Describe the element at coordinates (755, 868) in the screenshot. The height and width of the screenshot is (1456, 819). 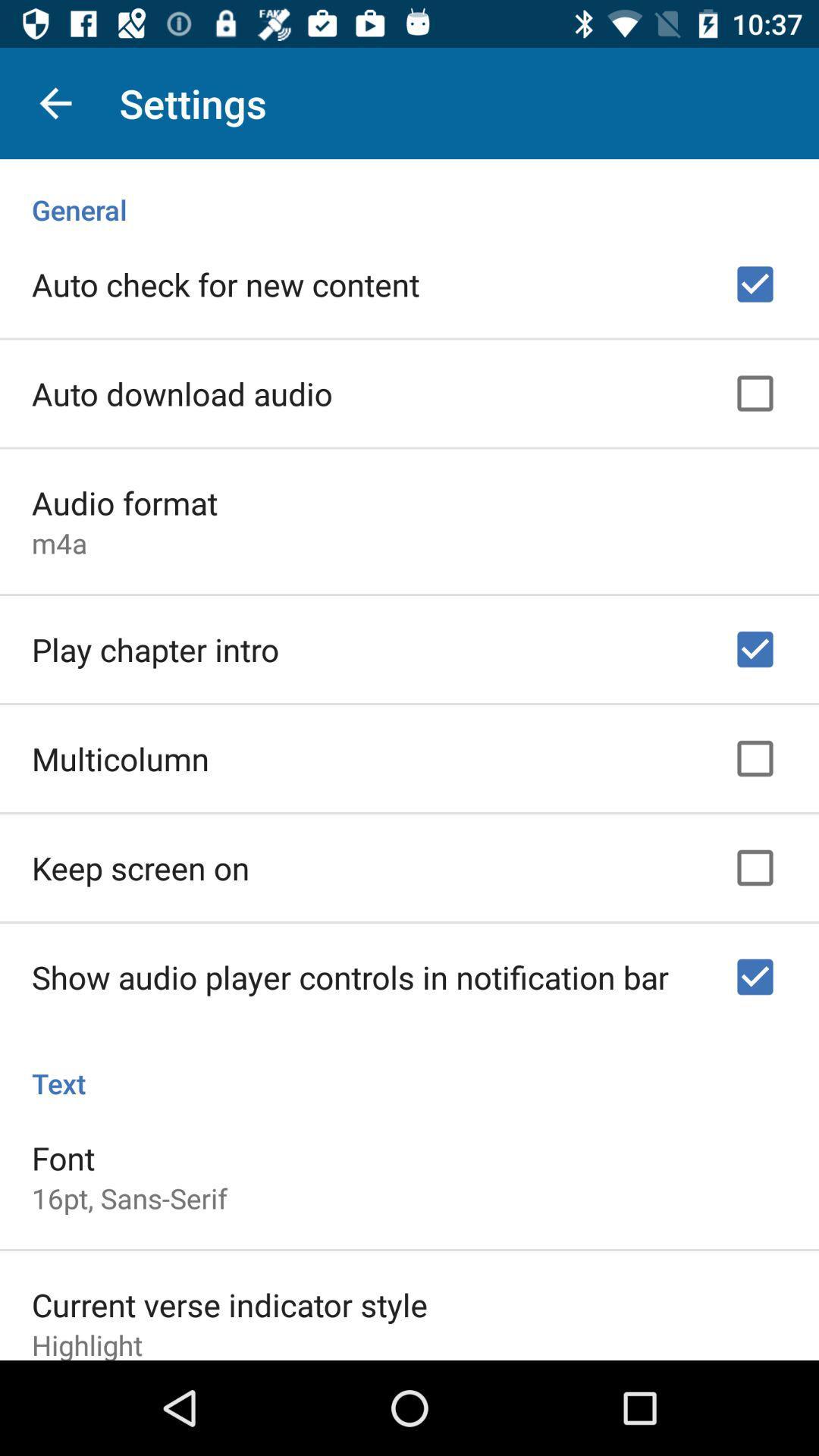
I see `the fifth check box` at that location.